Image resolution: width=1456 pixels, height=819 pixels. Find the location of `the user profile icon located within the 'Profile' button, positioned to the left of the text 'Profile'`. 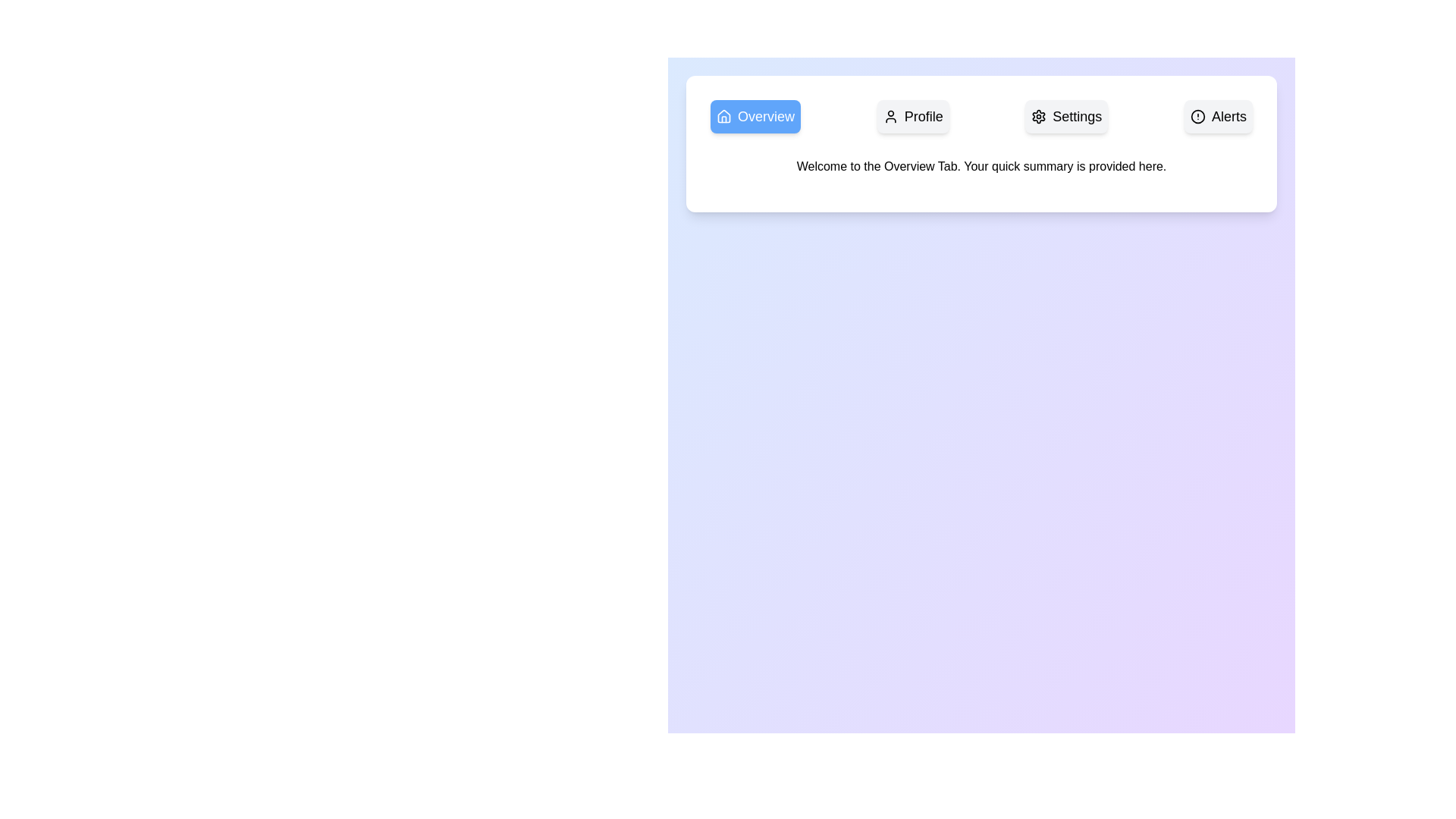

the user profile icon located within the 'Profile' button, positioned to the left of the text 'Profile' is located at coordinates (890, 116).